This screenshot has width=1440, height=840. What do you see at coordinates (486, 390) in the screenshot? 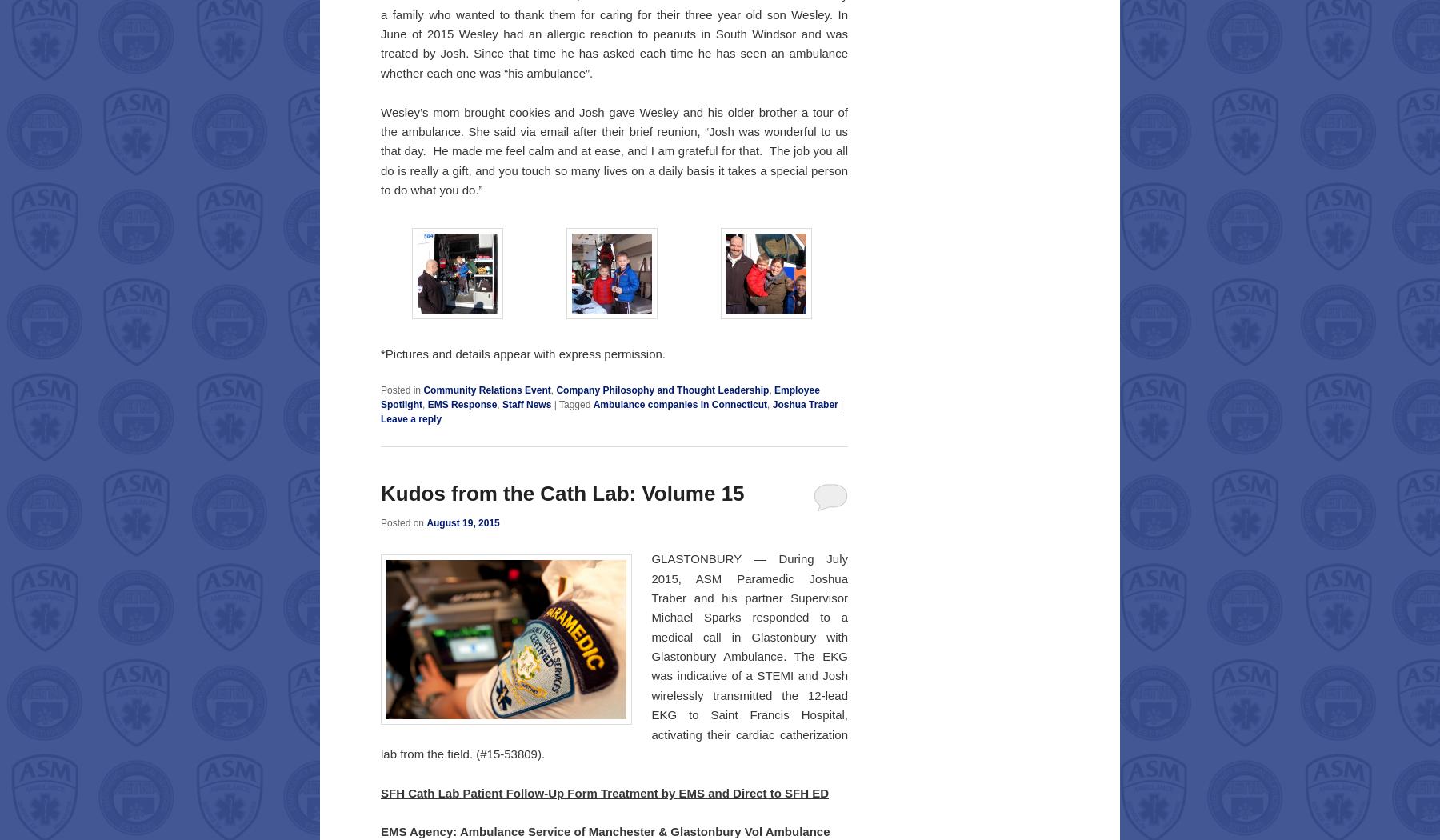
I see `'Community Relations Event'` at bounding box center [486, 390].